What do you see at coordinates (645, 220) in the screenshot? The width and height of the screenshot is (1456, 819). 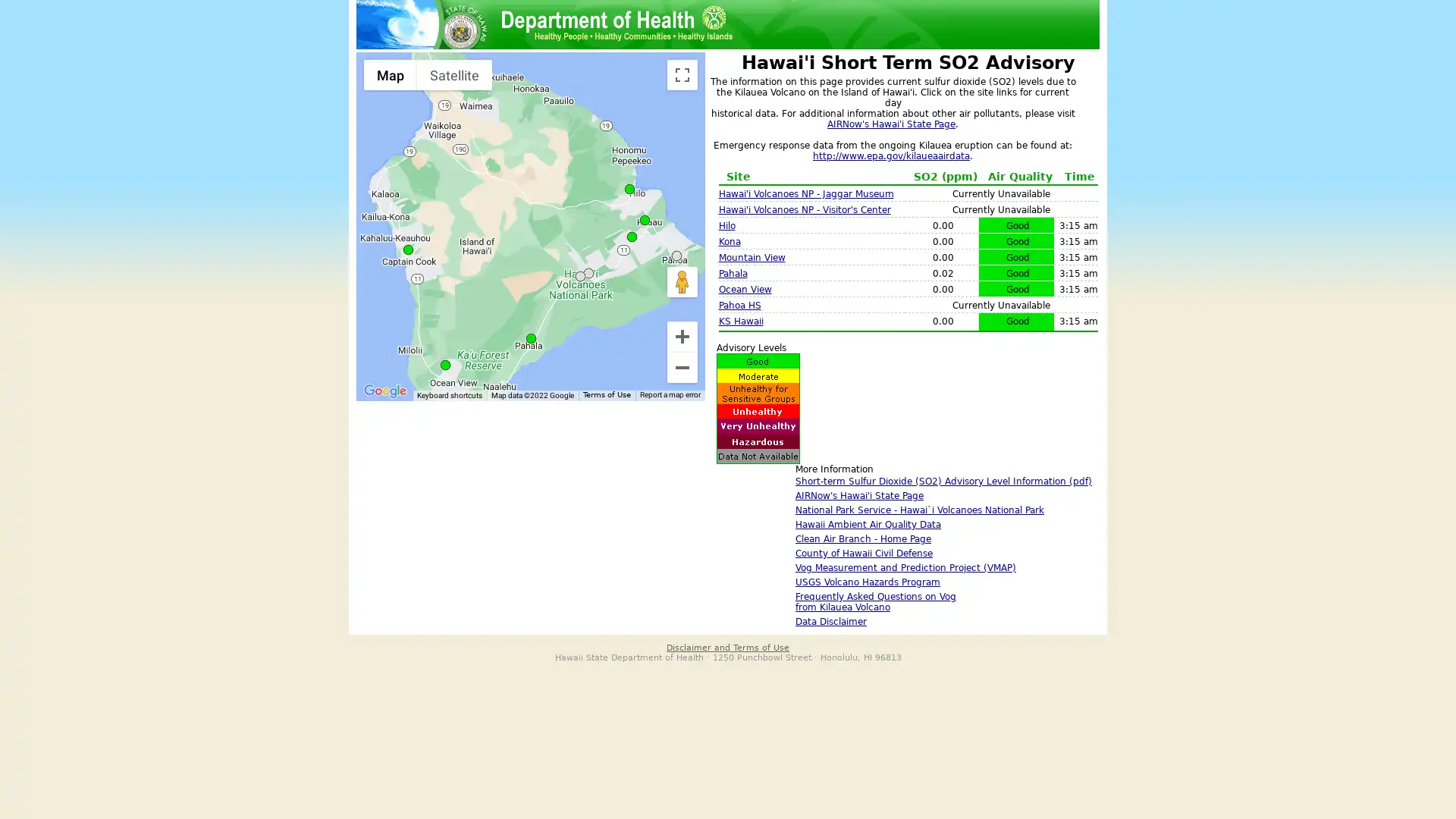 I see `KS Hawaii: SO2 0.00 ppm (Good) on 06/28 at 03:15 am` at bounding box center [645, 220].